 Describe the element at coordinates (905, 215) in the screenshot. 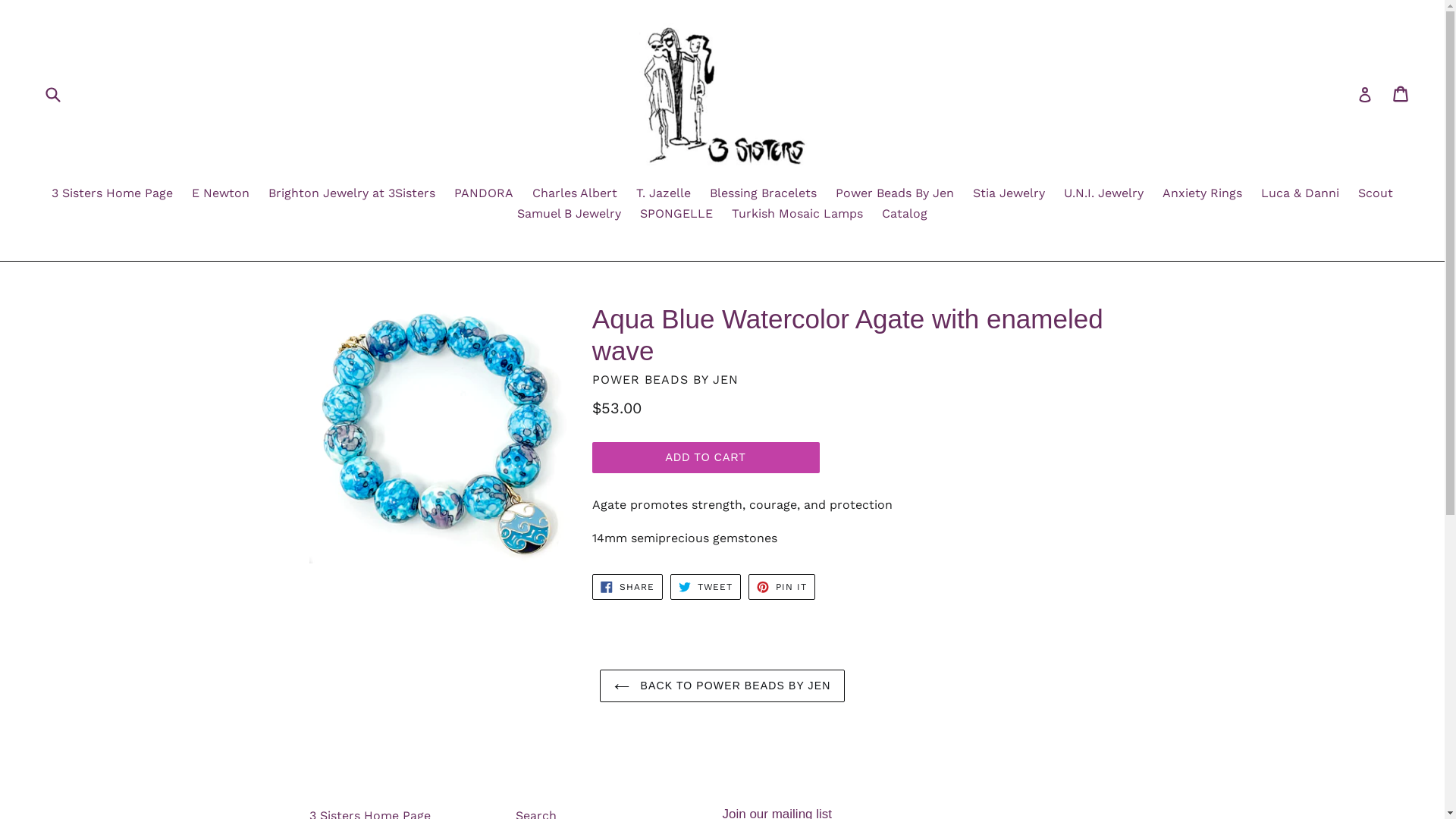

I see `'Catalog'` at that location.